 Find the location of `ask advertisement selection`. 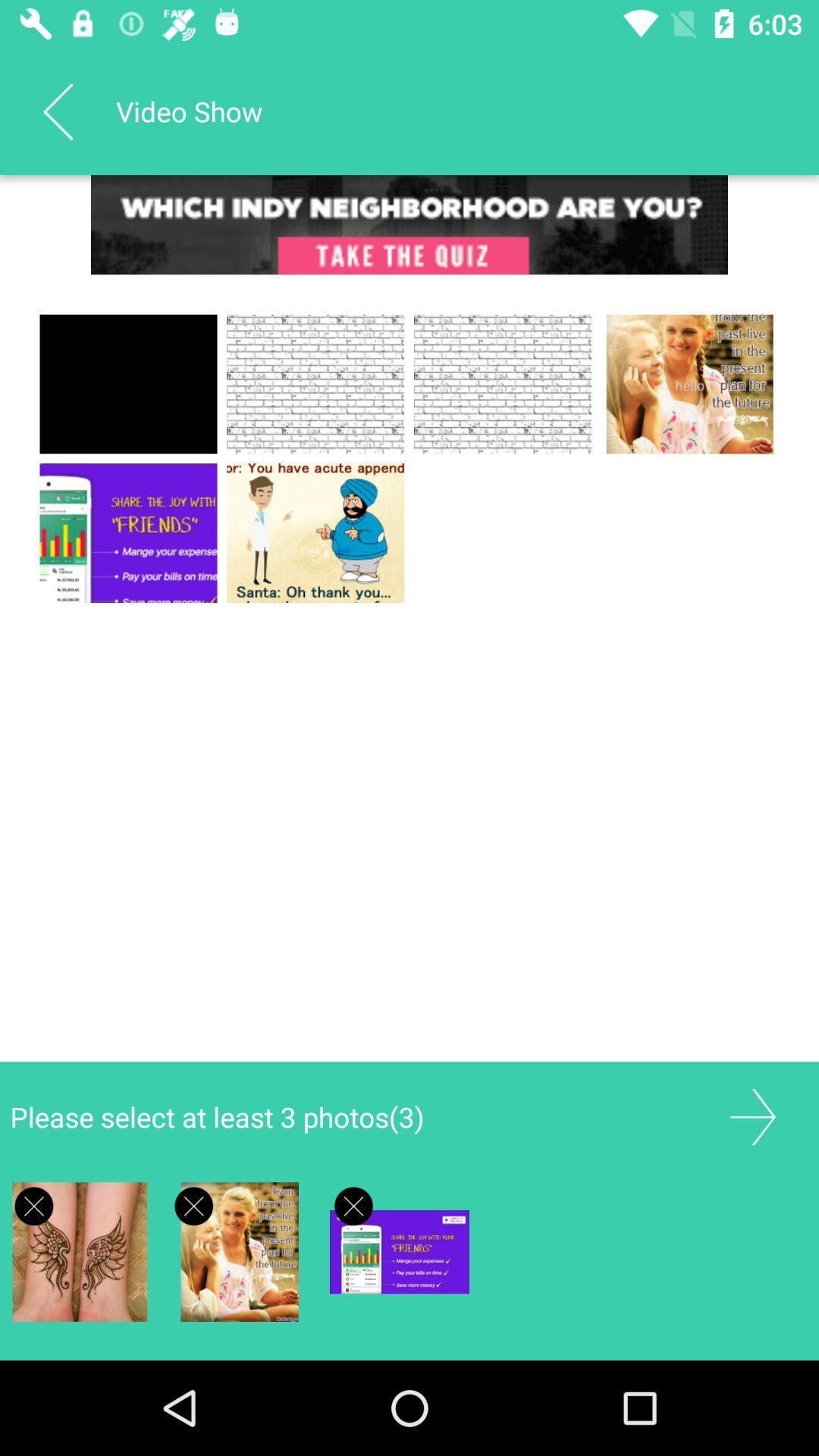

ask advertisement selection is located at coordinates (34, 1205).